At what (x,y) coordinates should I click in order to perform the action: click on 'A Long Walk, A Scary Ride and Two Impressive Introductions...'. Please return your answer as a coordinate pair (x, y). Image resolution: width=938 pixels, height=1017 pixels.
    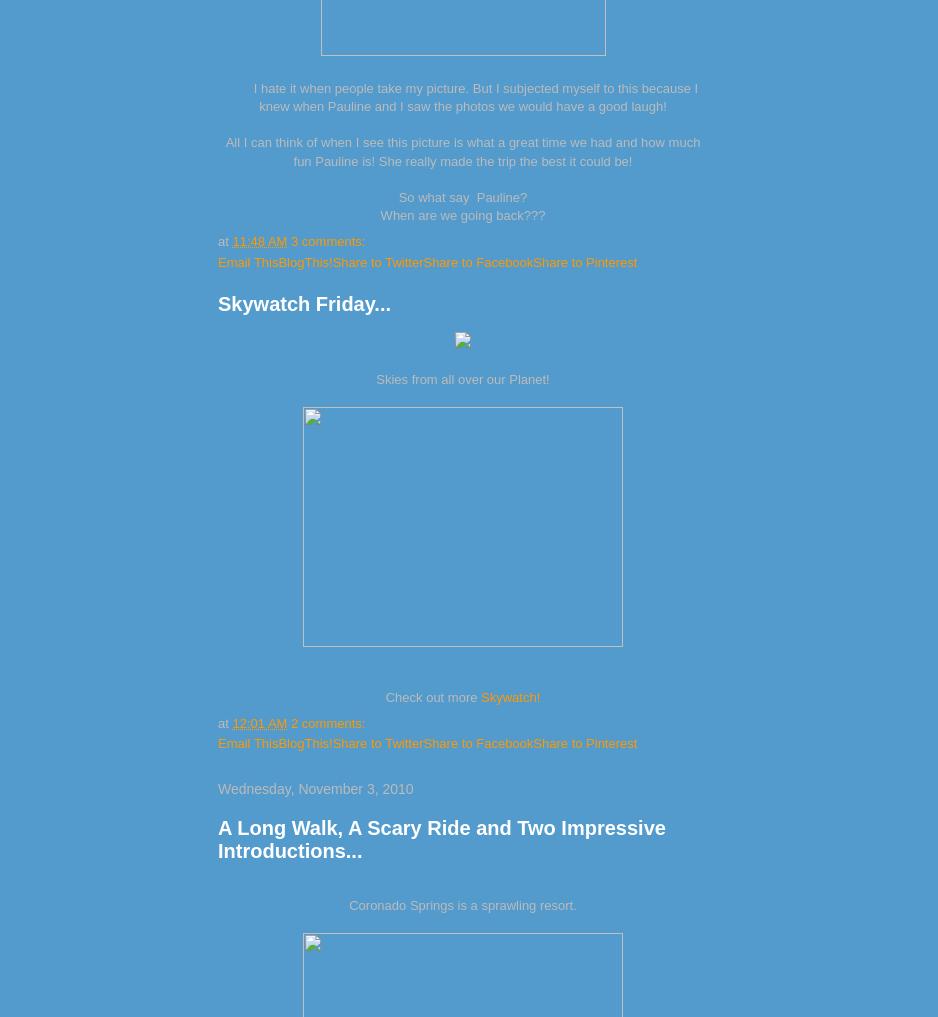
    Looking at the image, I should click on (217, 838).